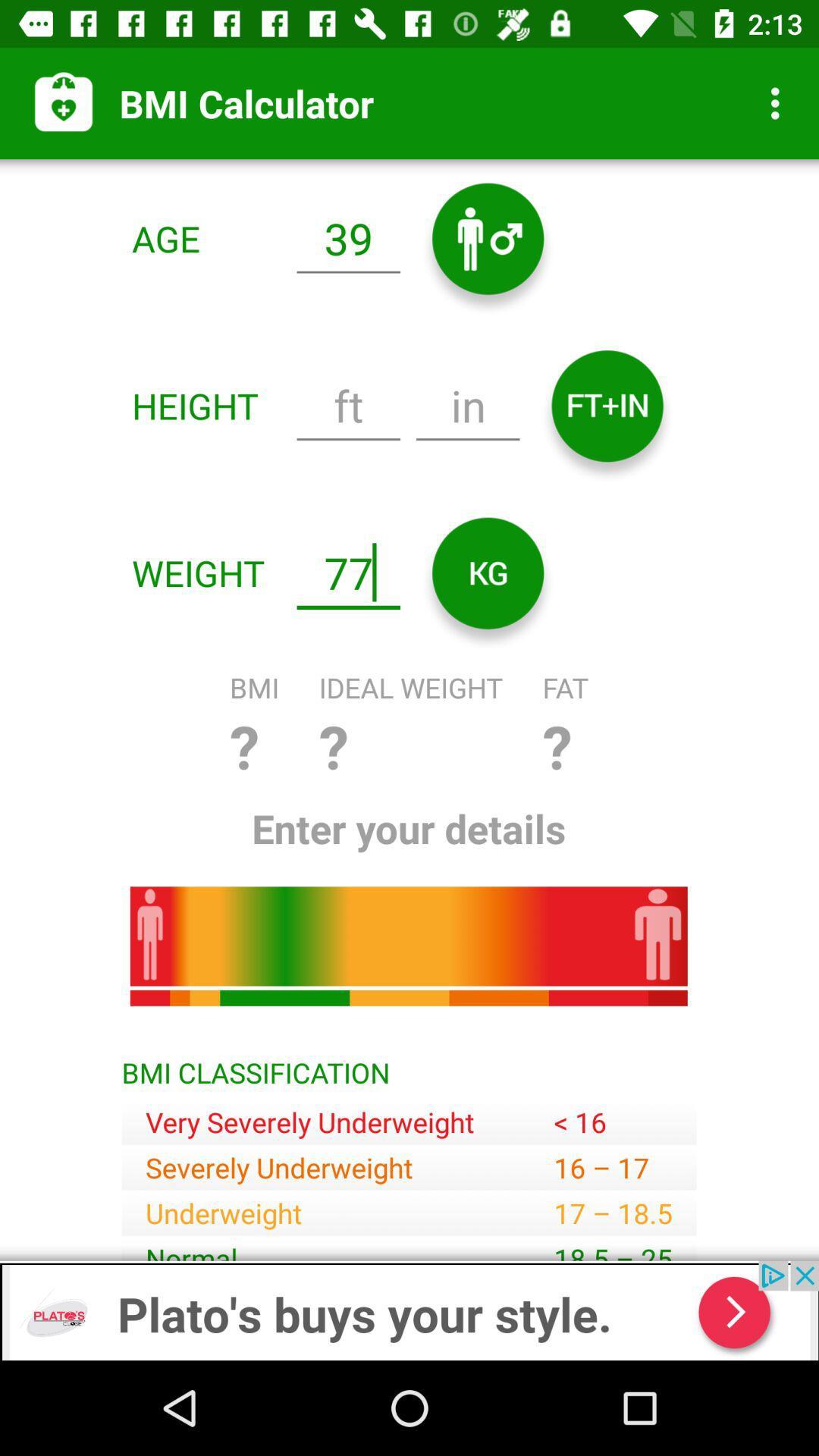 The height and width of the screenshot is (1456, 819). Describe the element at coordinates (488, 572) in the screenshot. I see `the av_rewind icon` at that location.